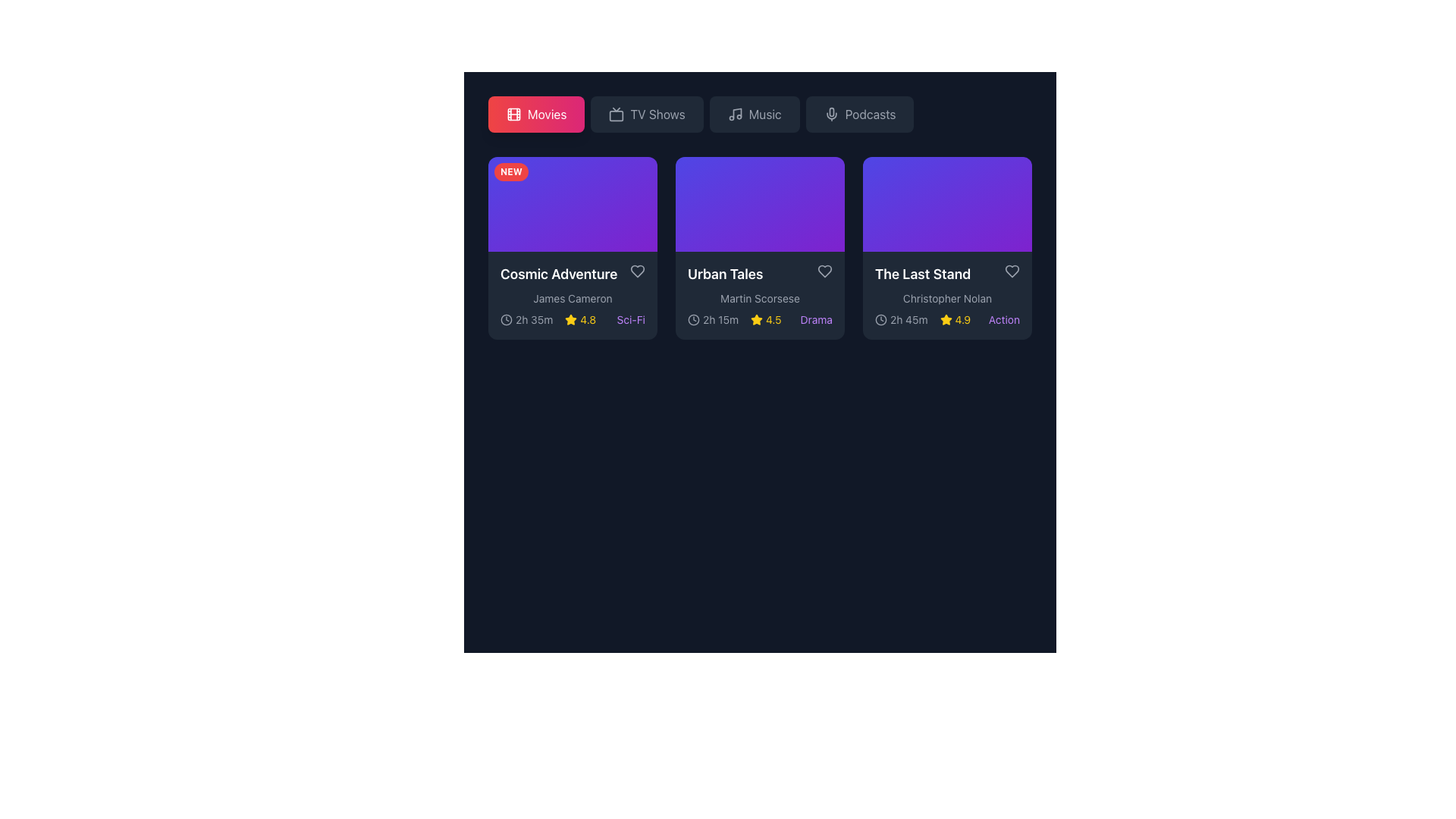  What do you see at coordinates (760, 275) in the screenshot?
I see `title text label for the movie 'Urban Tales' located on the second card in the Movies category, positioned at the top left beneath a gradient visual` at bounding box center [760, 275].